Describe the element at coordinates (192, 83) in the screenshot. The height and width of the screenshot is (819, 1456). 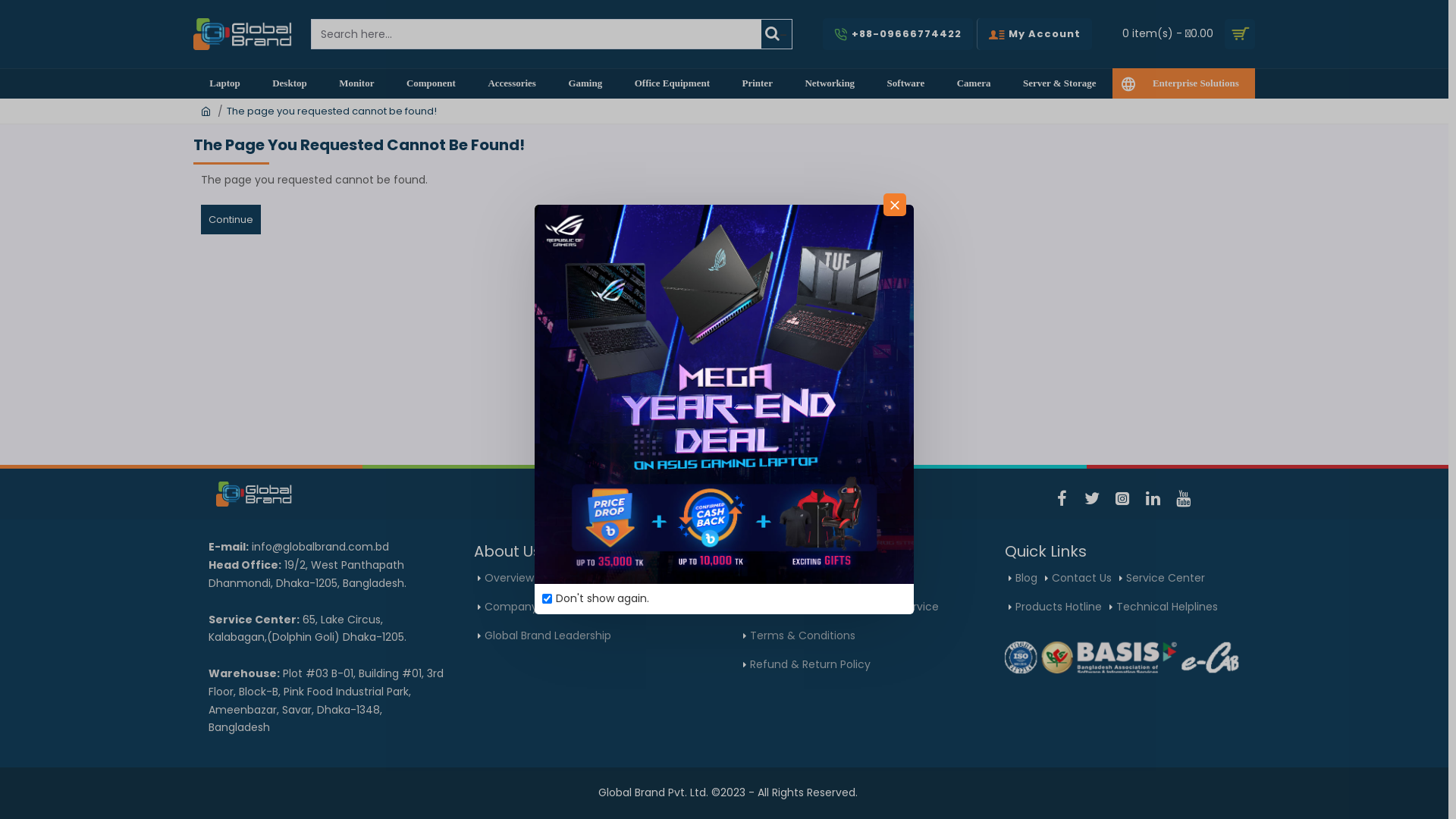
I see `'Laptop'` at that location.